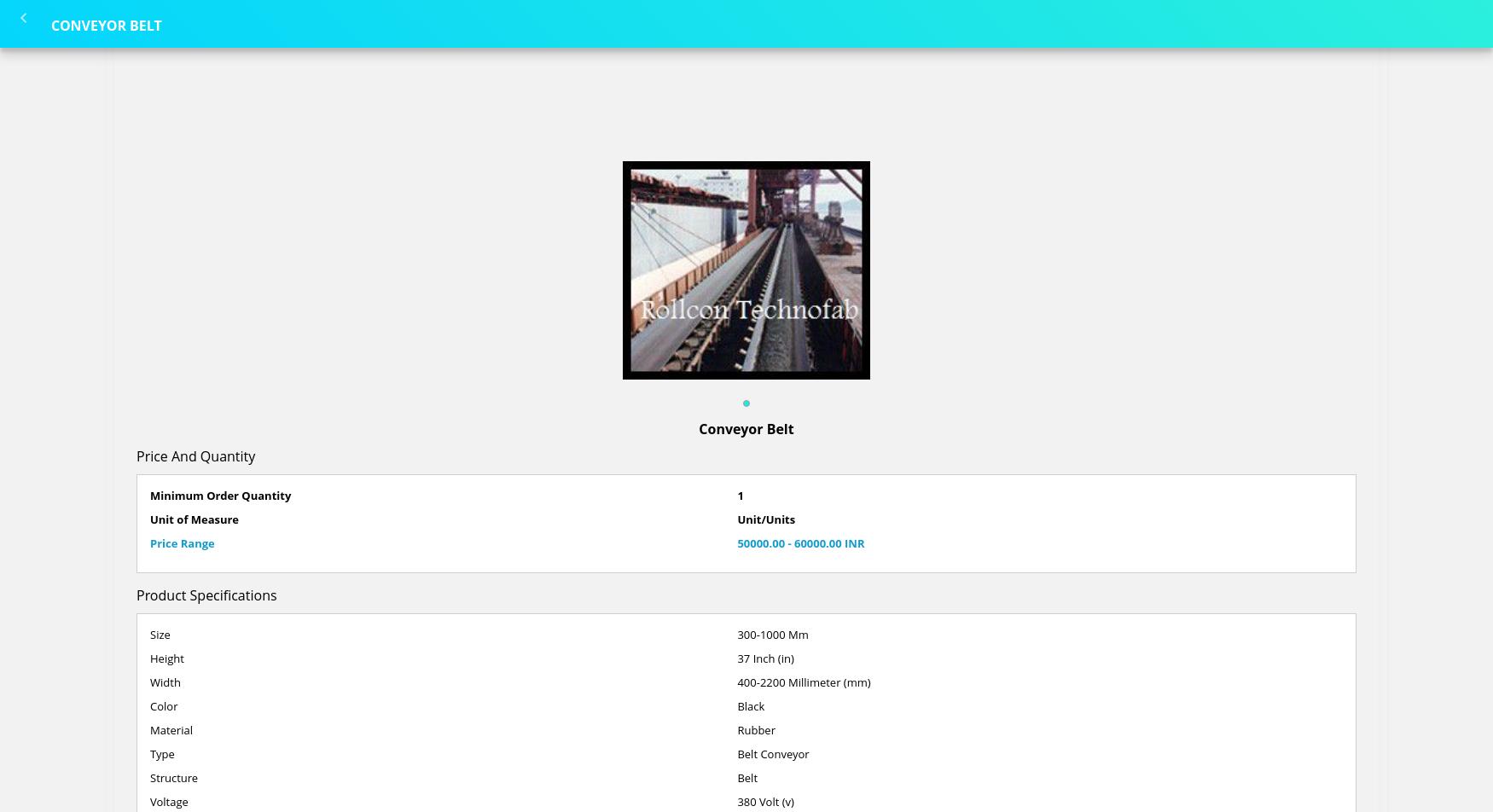 This screenshot has height=812, width=1493. I want to click on 'Type', so click(162, 754).